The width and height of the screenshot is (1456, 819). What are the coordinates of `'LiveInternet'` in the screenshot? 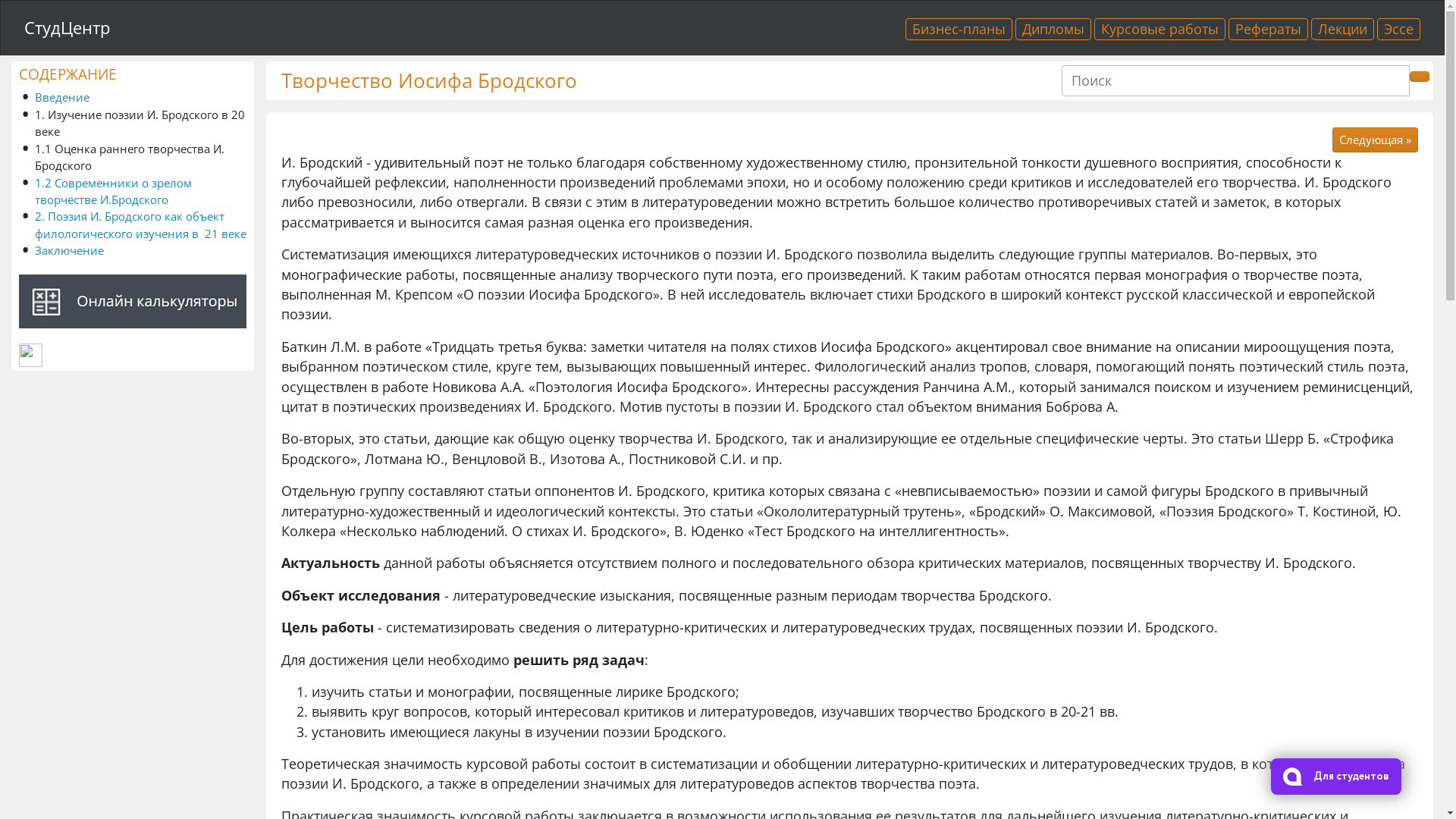 It's located at (30, 355).